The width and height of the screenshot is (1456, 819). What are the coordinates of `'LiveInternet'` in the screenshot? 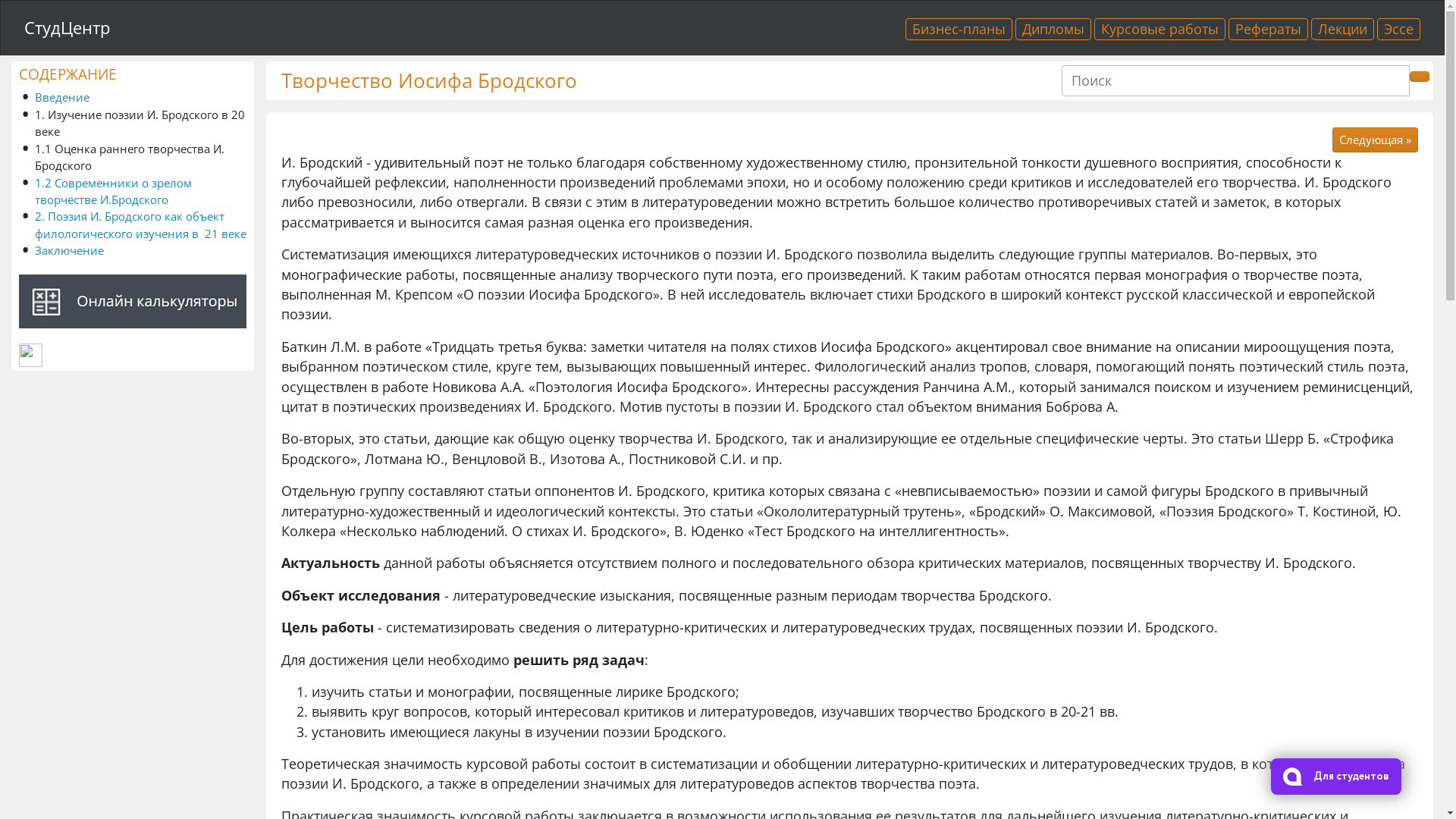 It's located at (30, 355).